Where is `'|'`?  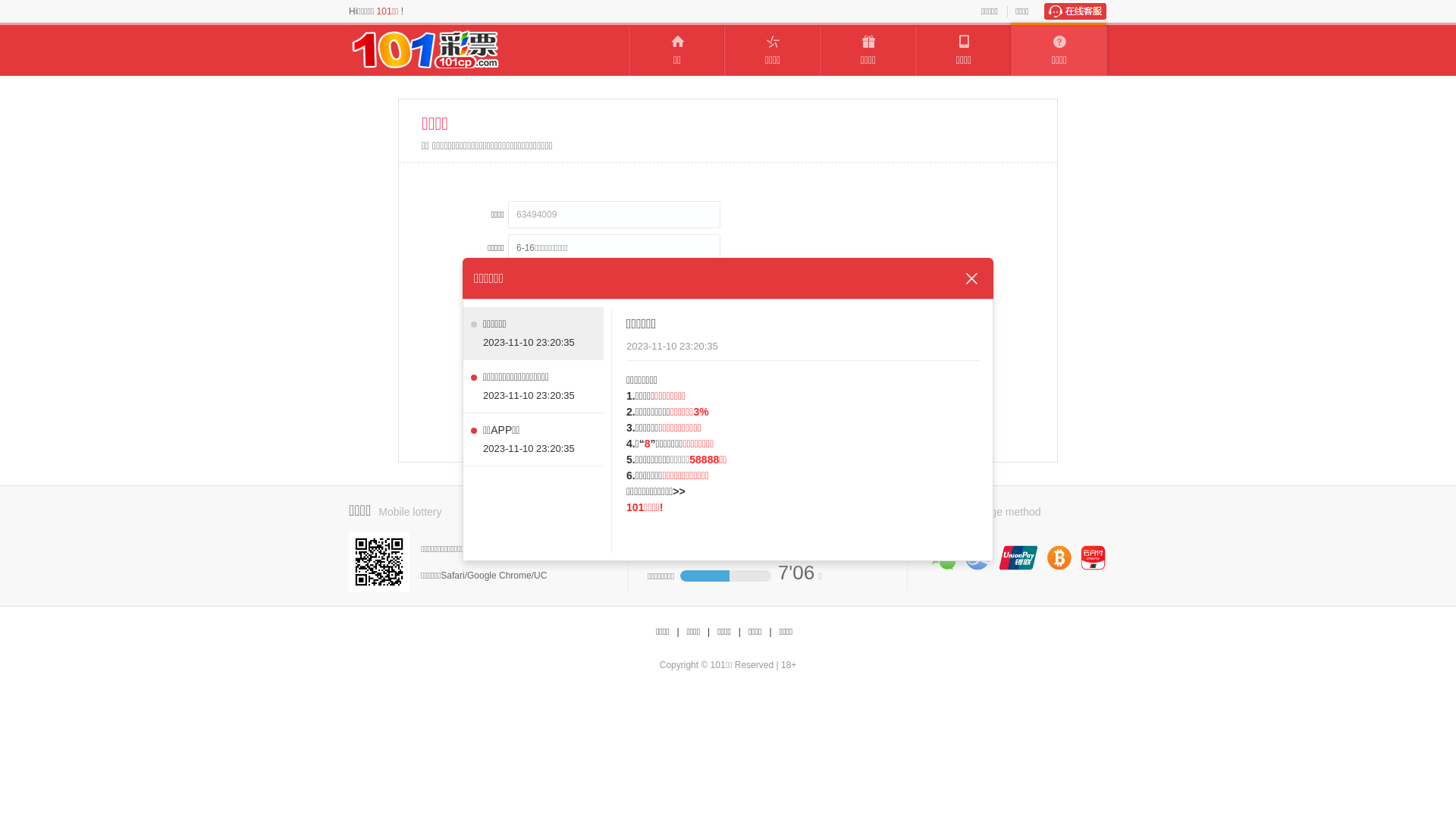 '|' is located at coordinates (770, 632).